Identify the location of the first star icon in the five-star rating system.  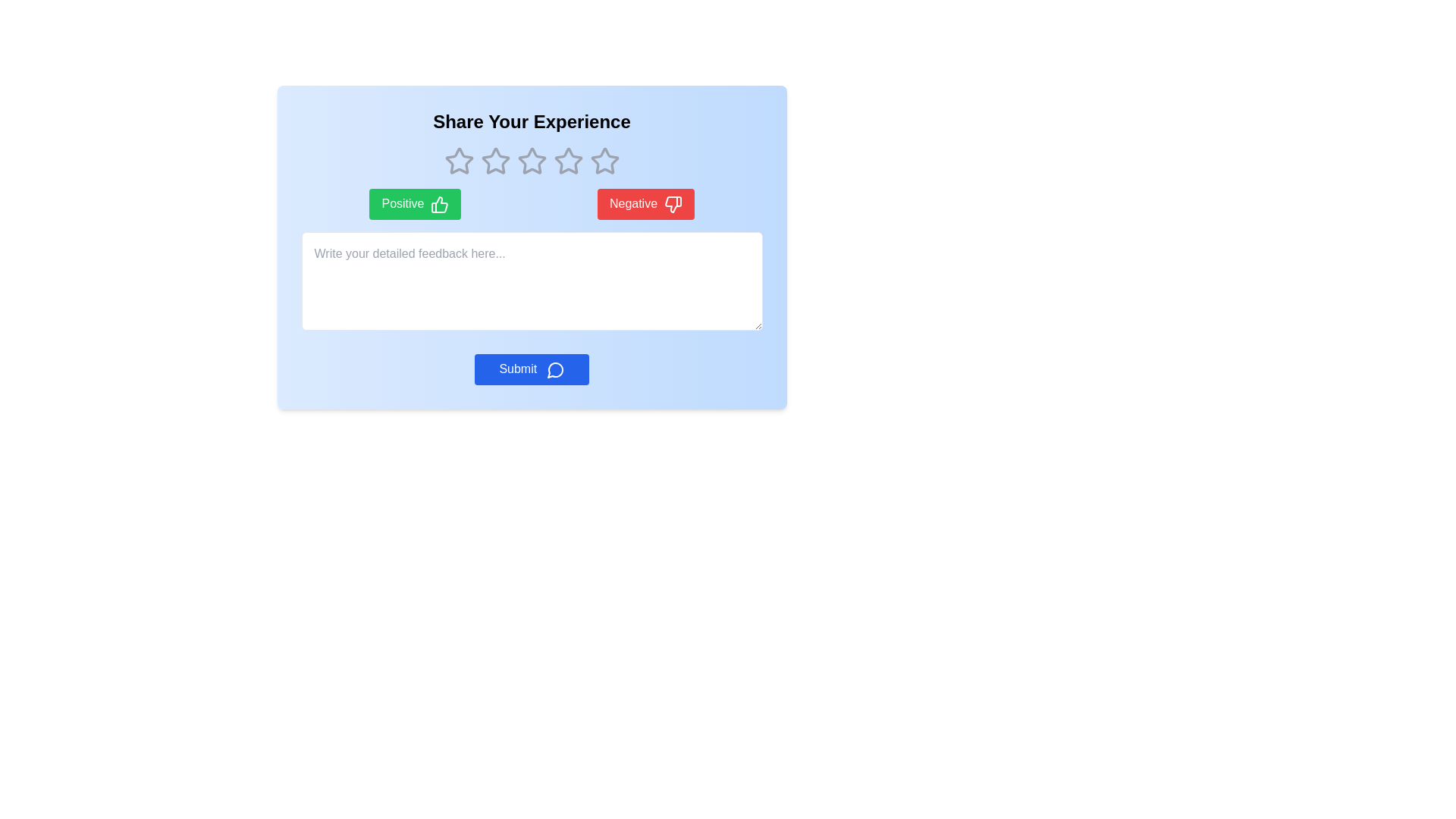
(458, 161).